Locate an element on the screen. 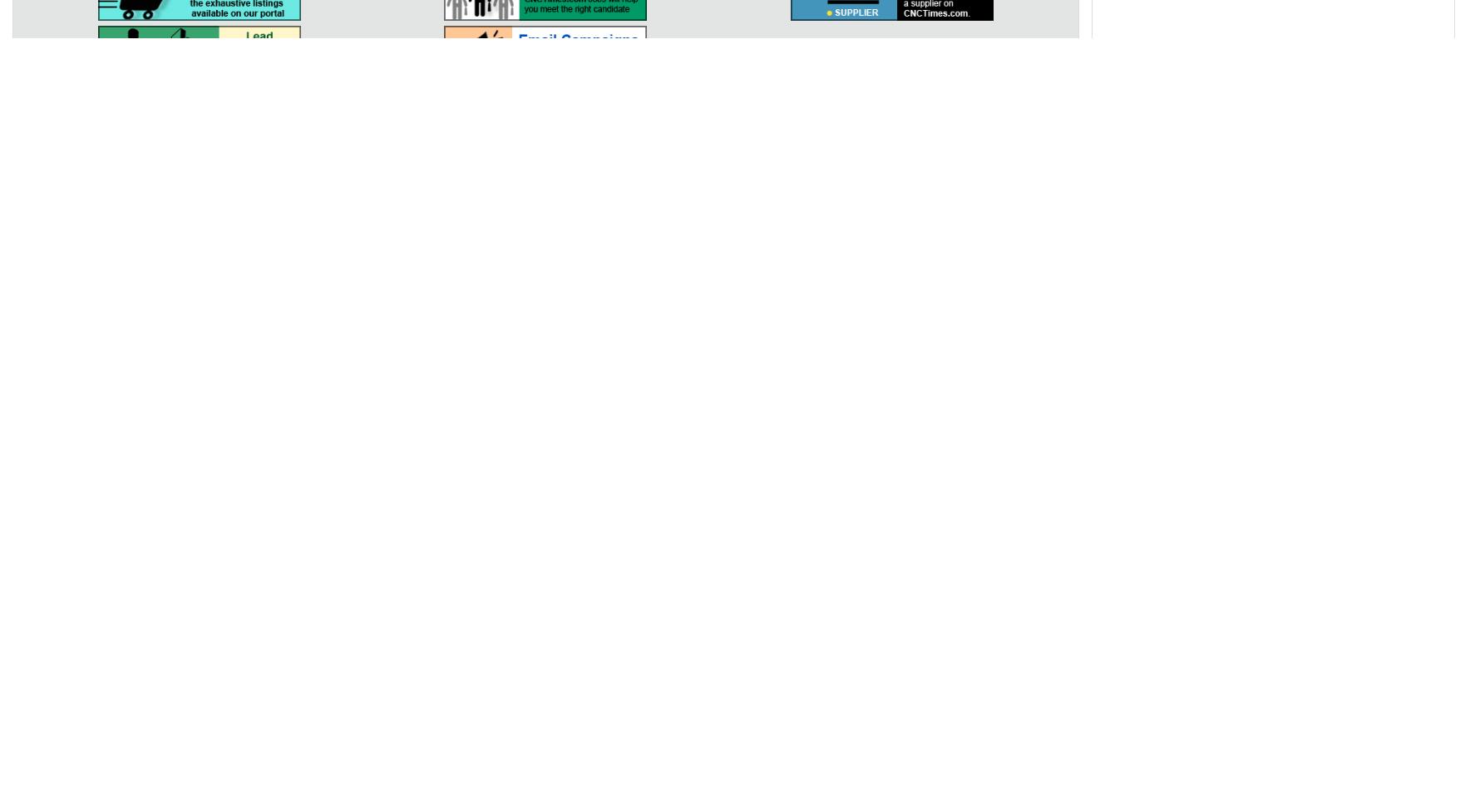 Image resolution: width=1480 pixels, height=812 pixels. 'Oil & Gas' is located at coordinates (1026, 396).